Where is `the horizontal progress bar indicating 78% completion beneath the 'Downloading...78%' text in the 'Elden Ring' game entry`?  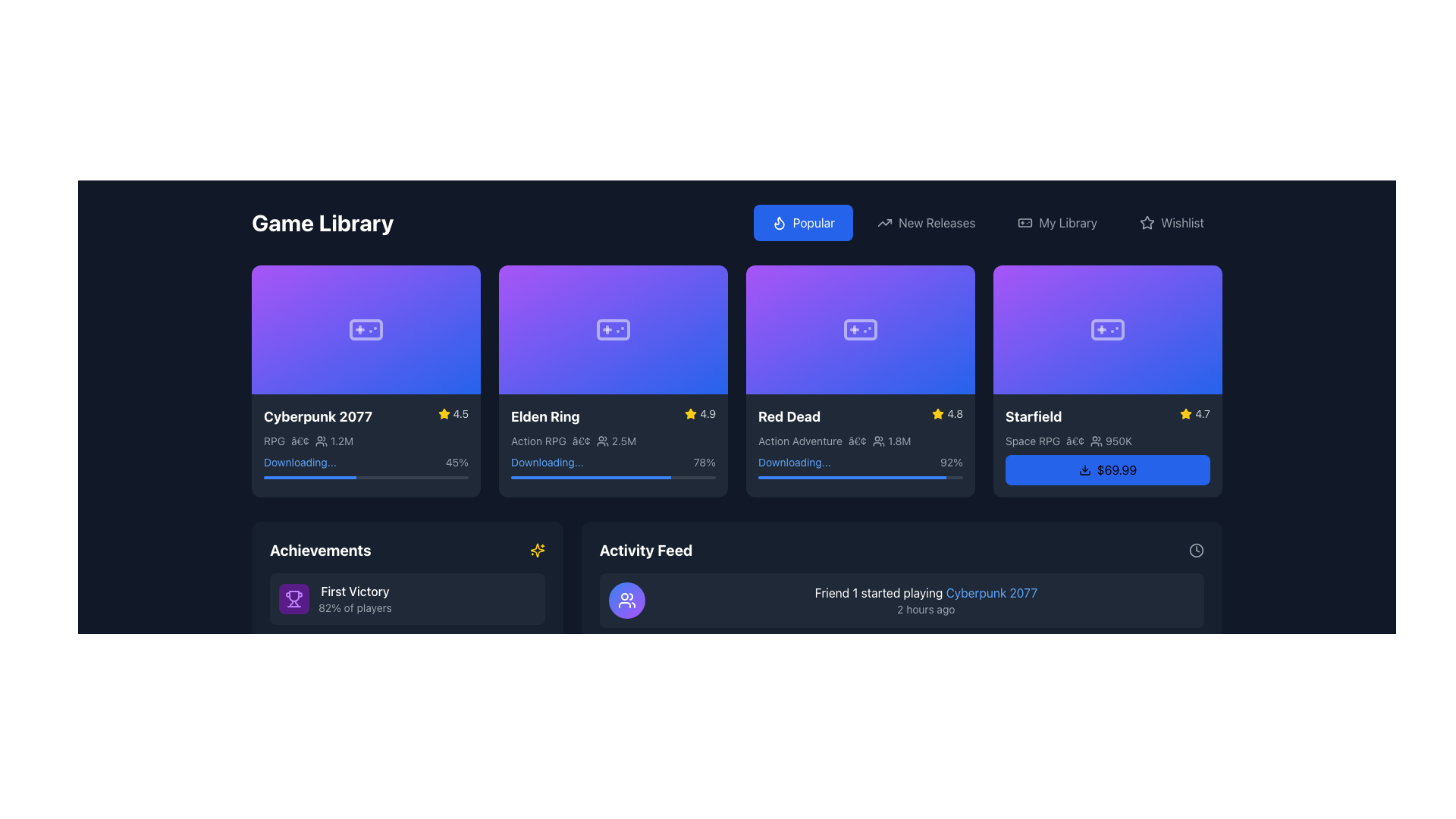
the horizontal progress bar indicating 78% completion beneath the 'Downloading...78%' text in the 'Elden Ring' game entry is located at coordinates (613, 475).